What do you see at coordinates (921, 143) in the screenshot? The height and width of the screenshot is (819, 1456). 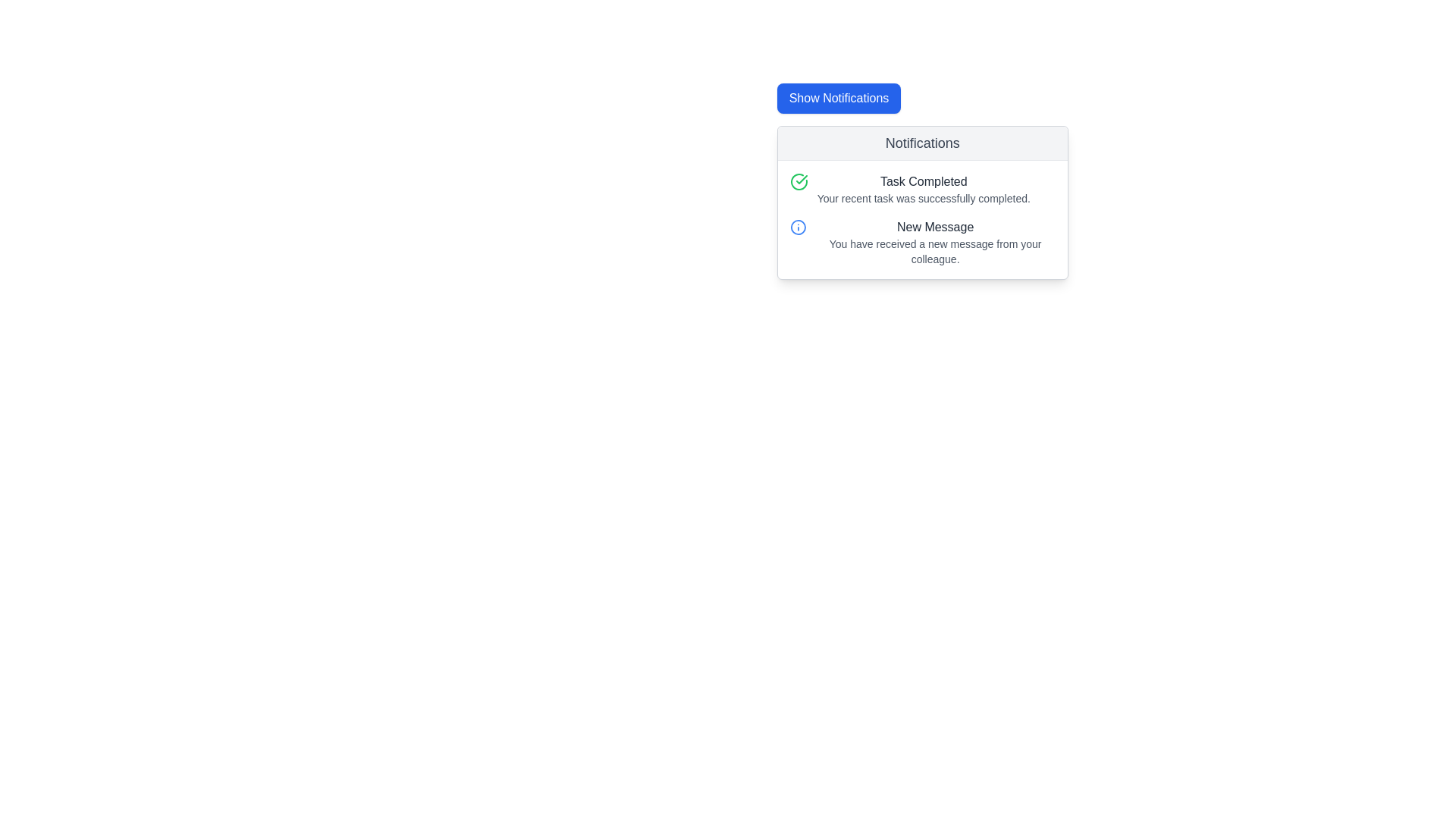 I see `the title text of the notifications card section, which is located at the top center of the card layout, just below the 'Show Notifications' button` at bounding box center [921, 143].